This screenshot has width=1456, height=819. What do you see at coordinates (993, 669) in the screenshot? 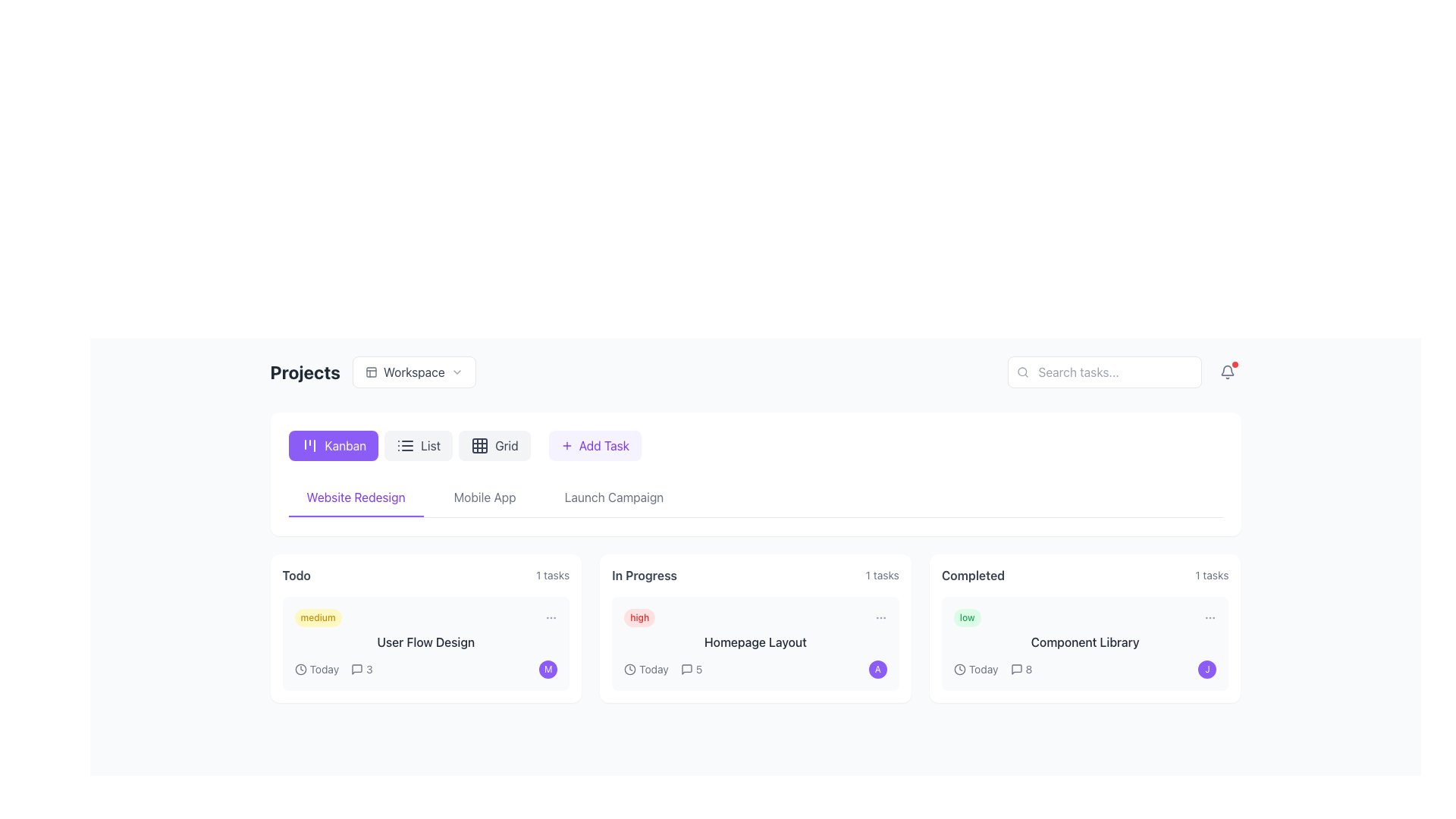
I see `the grouped UI components consisting of a clock icon, the text 'Today,' and the number '8' located on the Completed task card in the Kanban section` at bounding box center [993, 669].